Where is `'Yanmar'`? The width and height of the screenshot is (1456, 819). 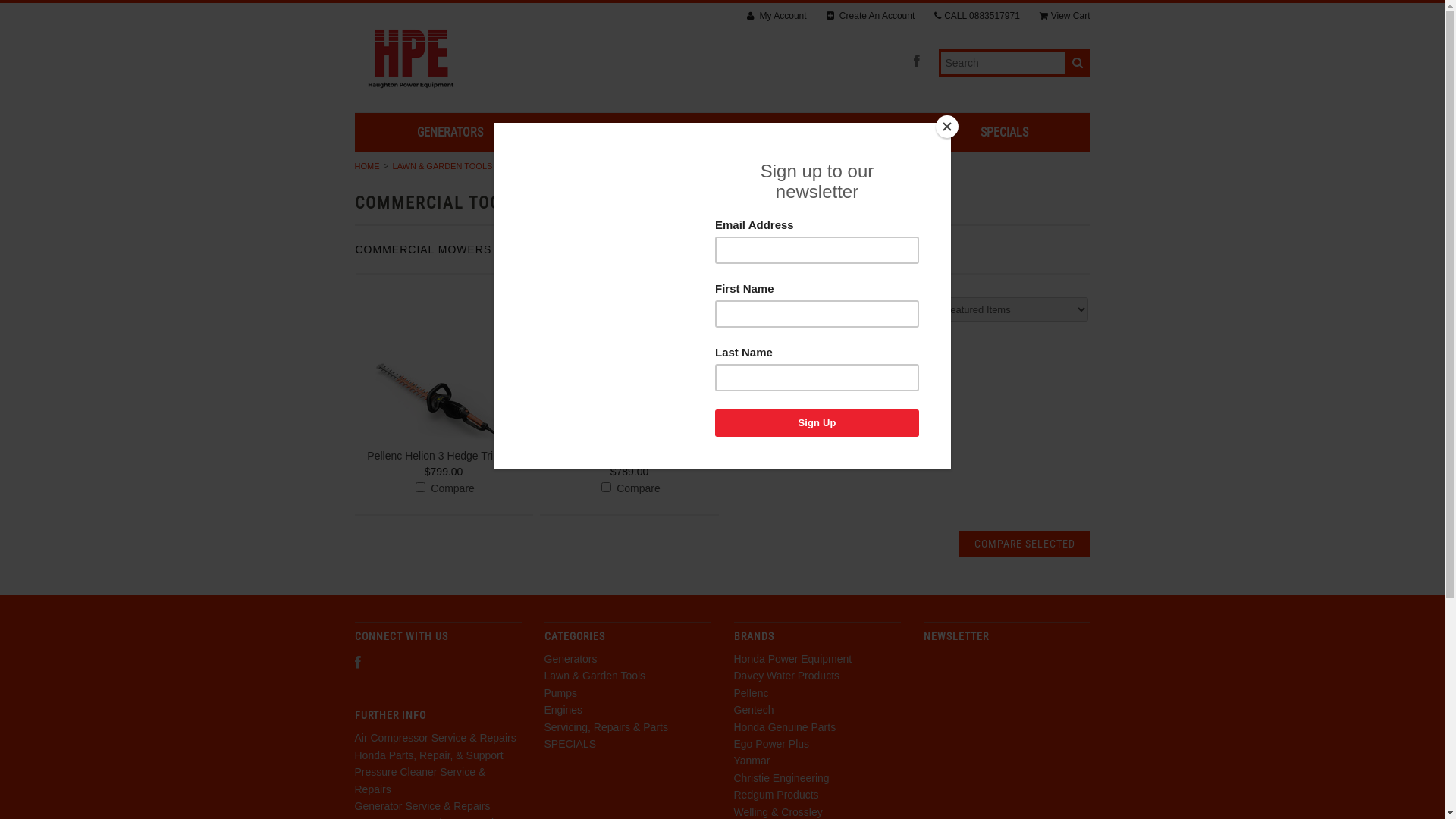 'Yanmar' is located at coordinates (734, 760).